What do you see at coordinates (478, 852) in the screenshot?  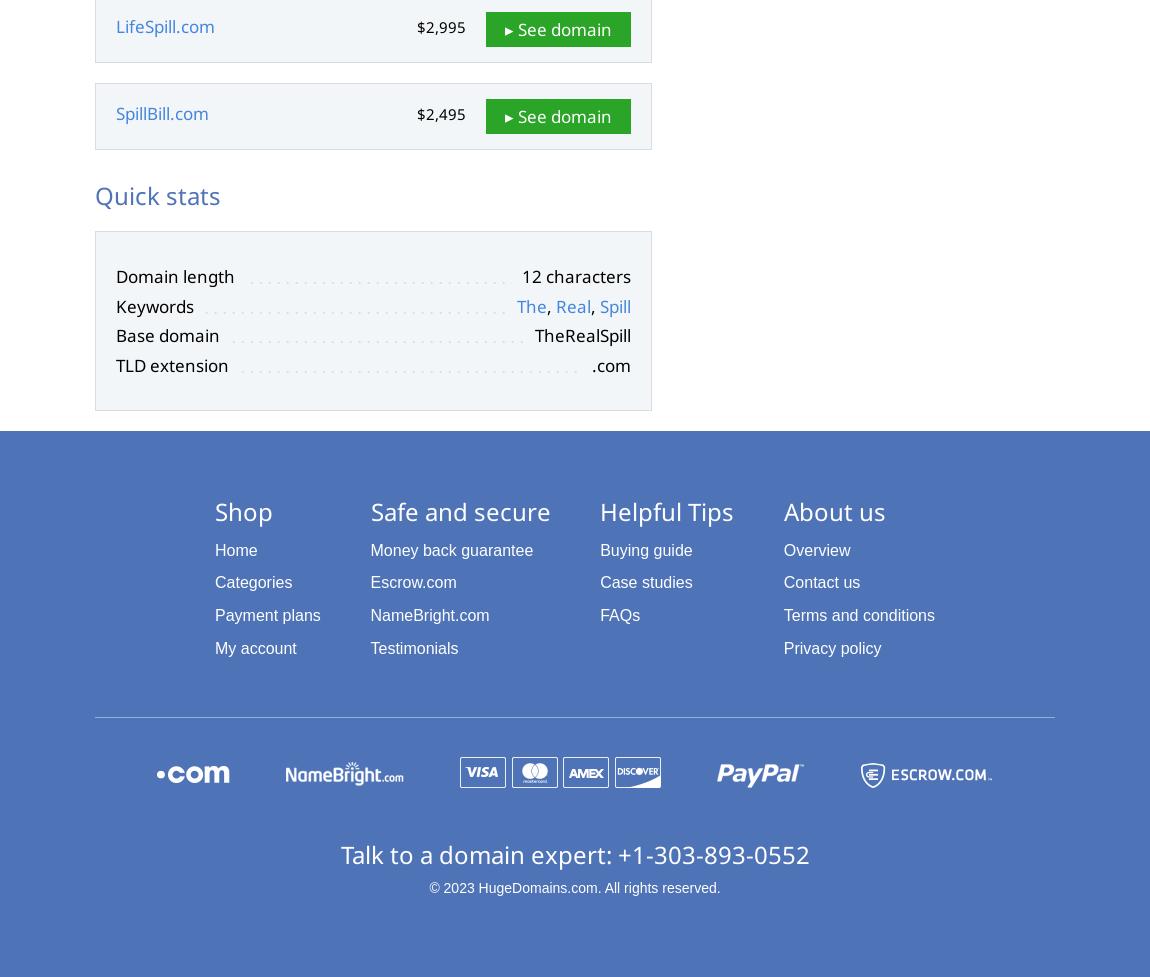 I see `'Talk to a domain expert:'` at bounding box center [478, 852].